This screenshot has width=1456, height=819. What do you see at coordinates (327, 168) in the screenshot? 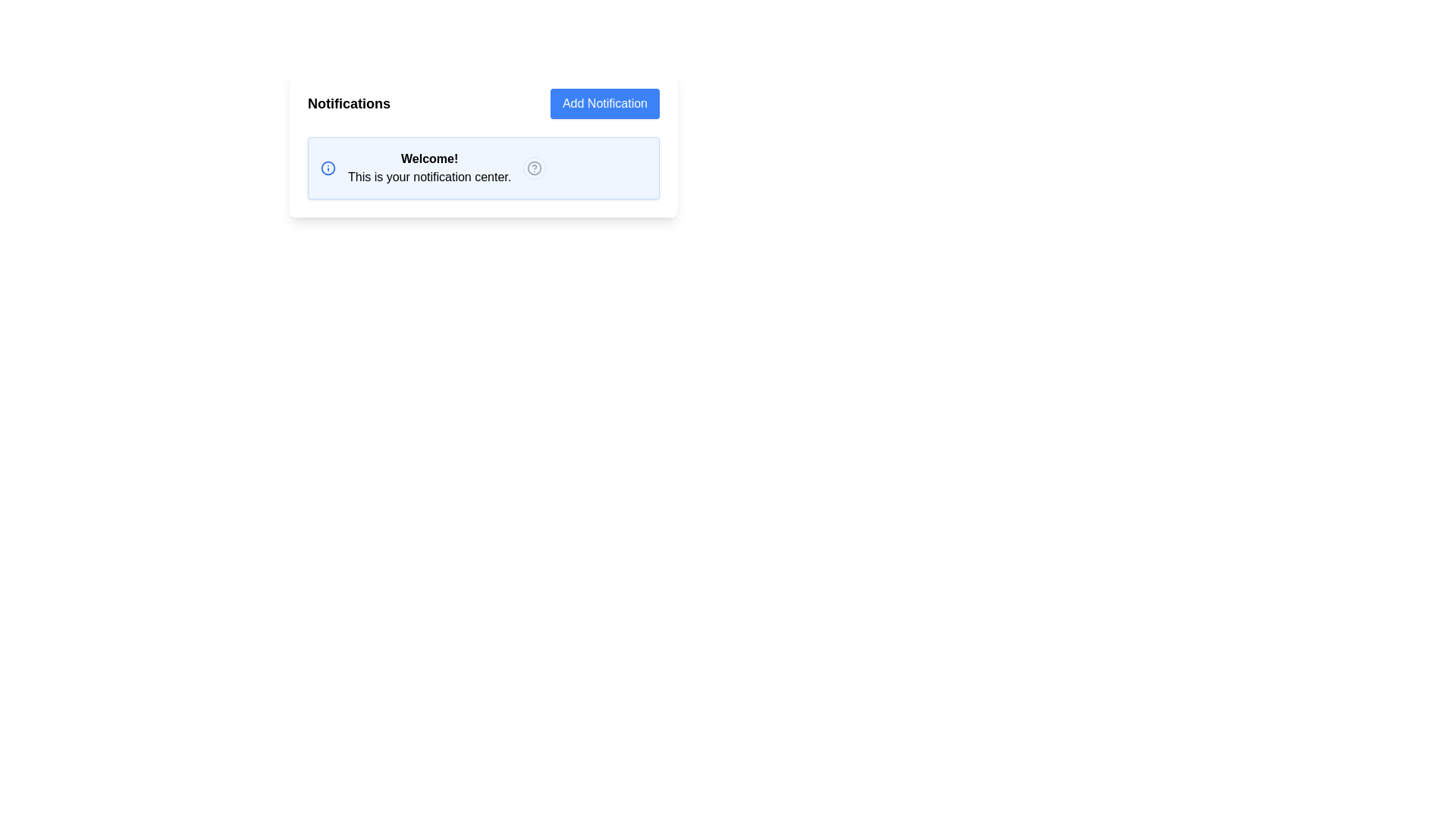
I see `the Informational icon located on the left side of the notification box containing the text 'Welcome! This is your notification center.'` at bounding box center [327, 168].